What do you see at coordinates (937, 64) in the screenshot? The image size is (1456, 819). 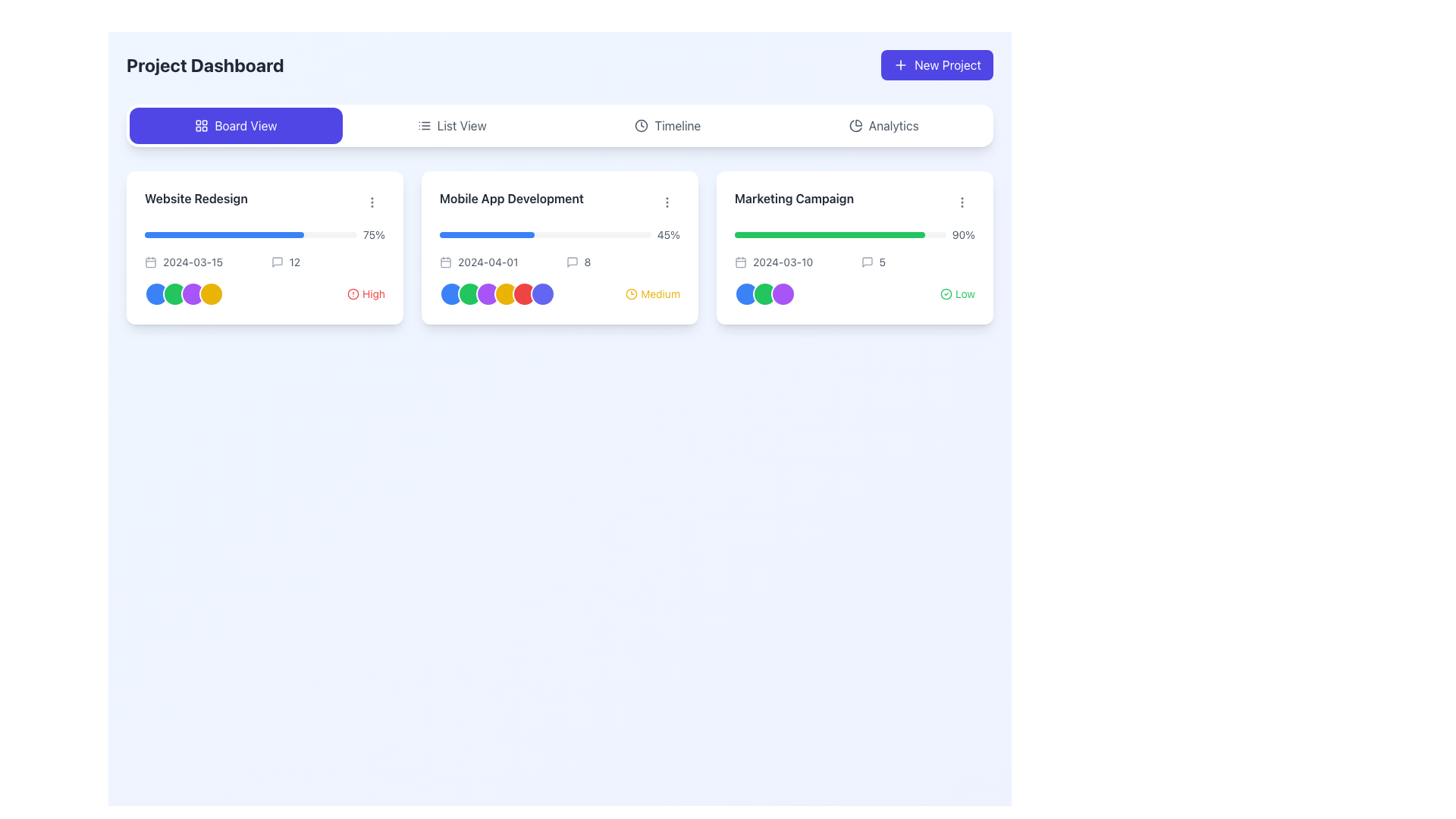 I see `the rectangular button with a purple background and white text labeled 'New Project' to create a new project` at bounding box center [937, 64].